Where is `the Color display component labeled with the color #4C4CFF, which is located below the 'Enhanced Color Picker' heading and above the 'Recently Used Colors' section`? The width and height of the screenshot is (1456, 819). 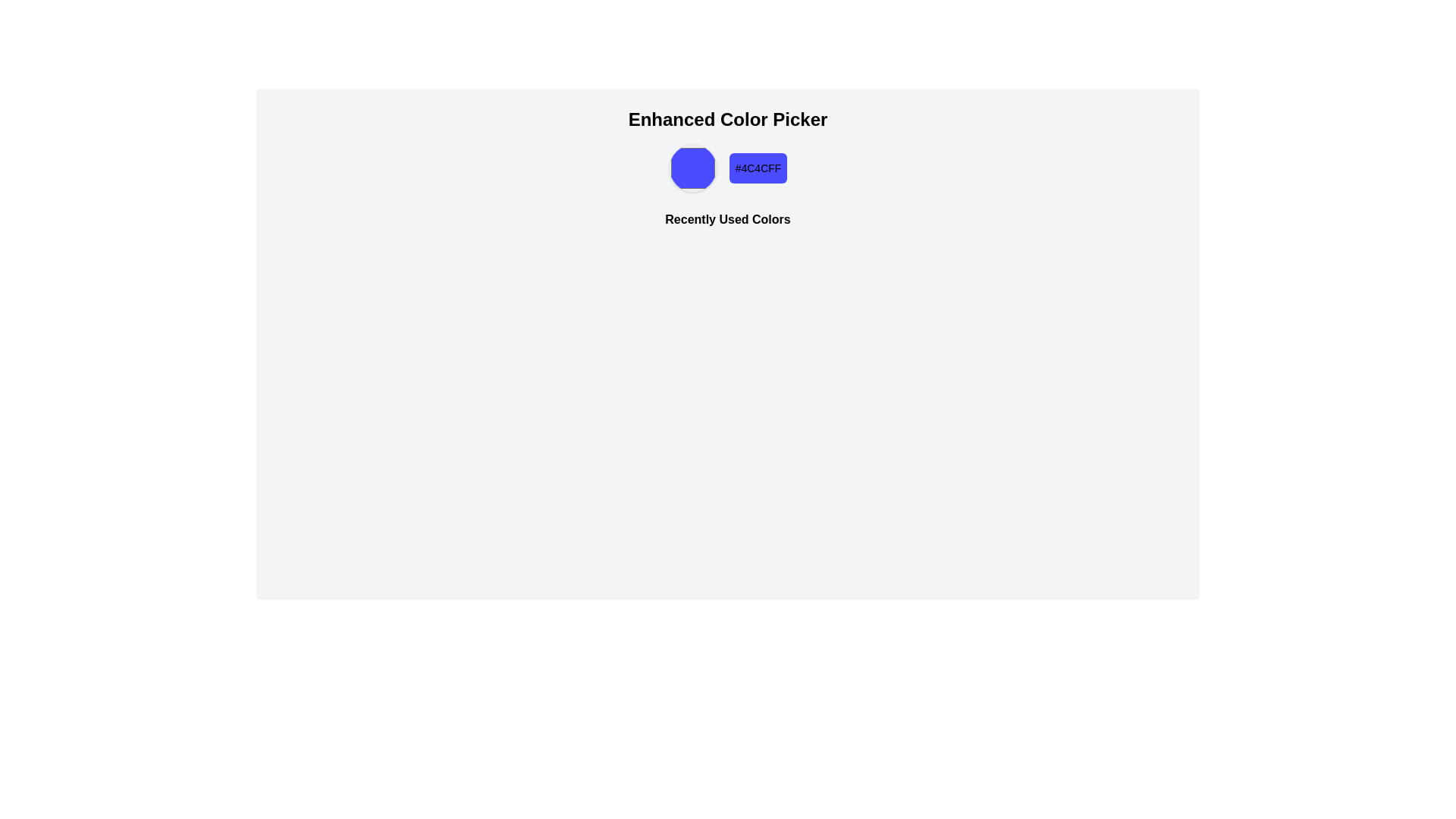
the Color display component labeled with the color #4C4CFF, which is located below the 'Enhanced Color Picker' heading and above the 'Recently Used Colors' section is located at coordinates (728, 168).